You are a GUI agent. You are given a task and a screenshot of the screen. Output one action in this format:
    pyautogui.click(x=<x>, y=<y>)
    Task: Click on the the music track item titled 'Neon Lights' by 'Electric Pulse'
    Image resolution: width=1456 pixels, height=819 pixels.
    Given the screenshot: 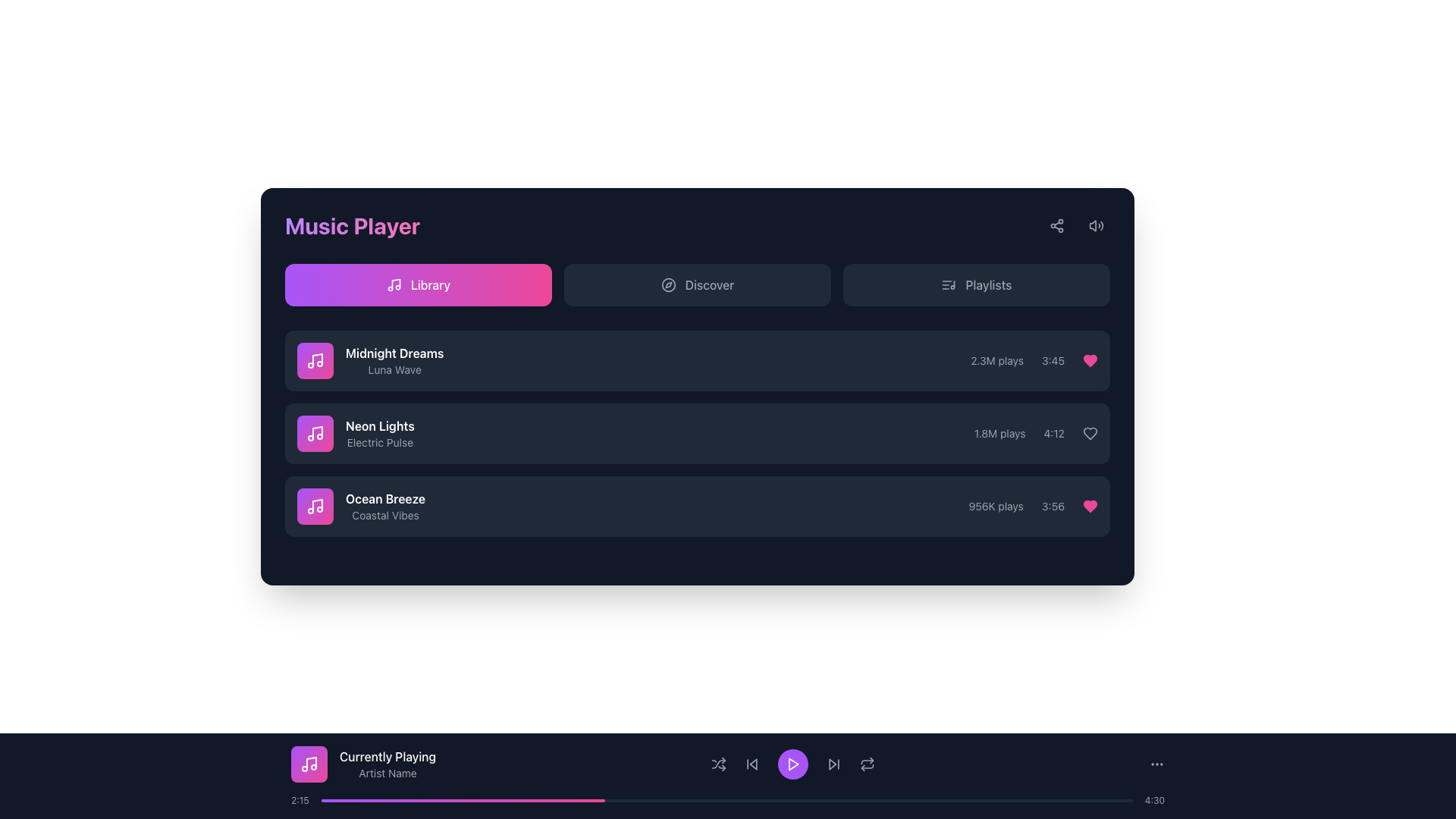 What is the action you would take?
    pyautogui.click(x=697, y=433)
    